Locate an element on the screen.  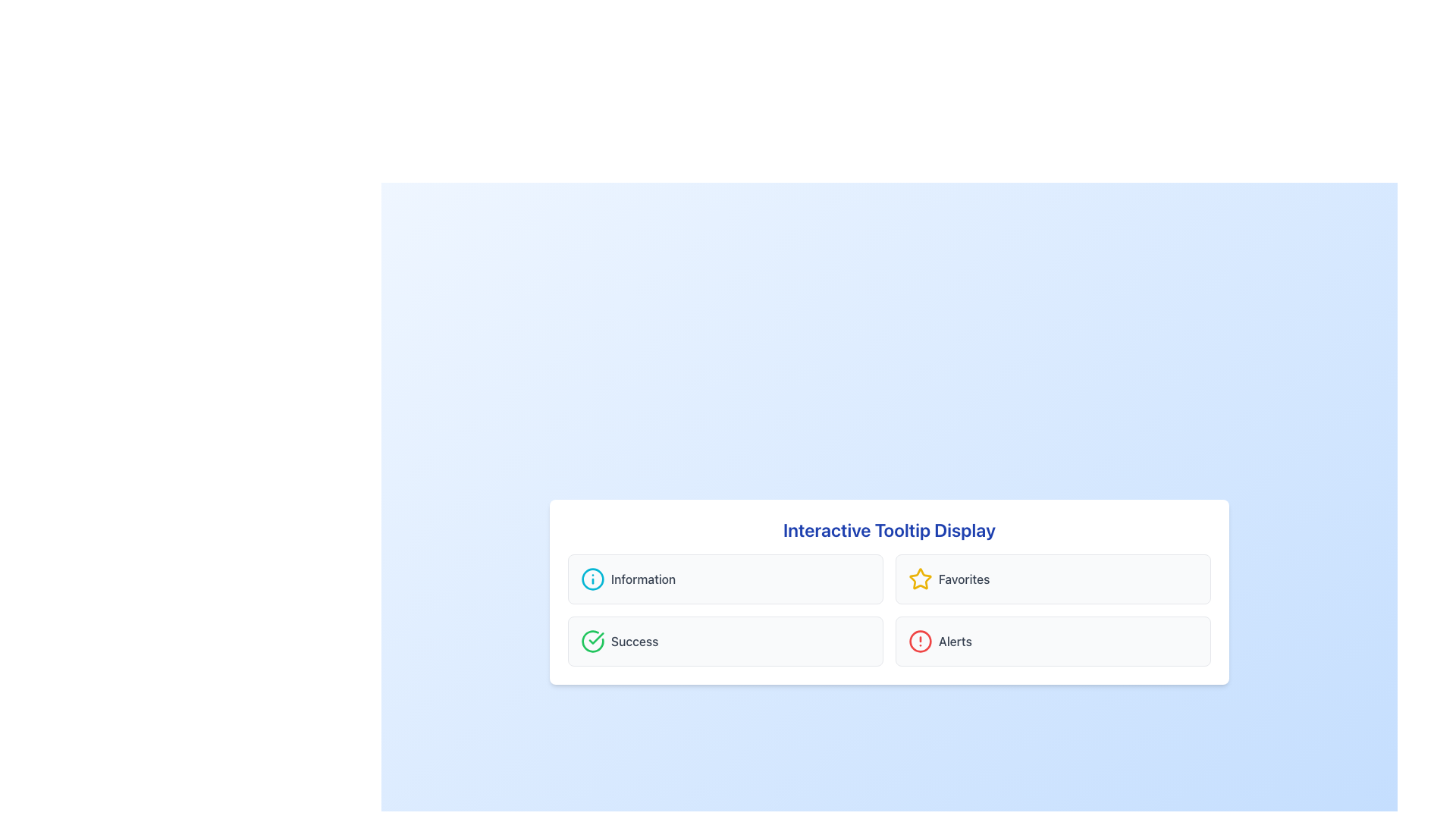
the static text label displaying 'Success' in bold gray font, located in the bottom-left quadrant of the panel, adjacent to a green circular checkmark icon is located at coordinates (635, 641).